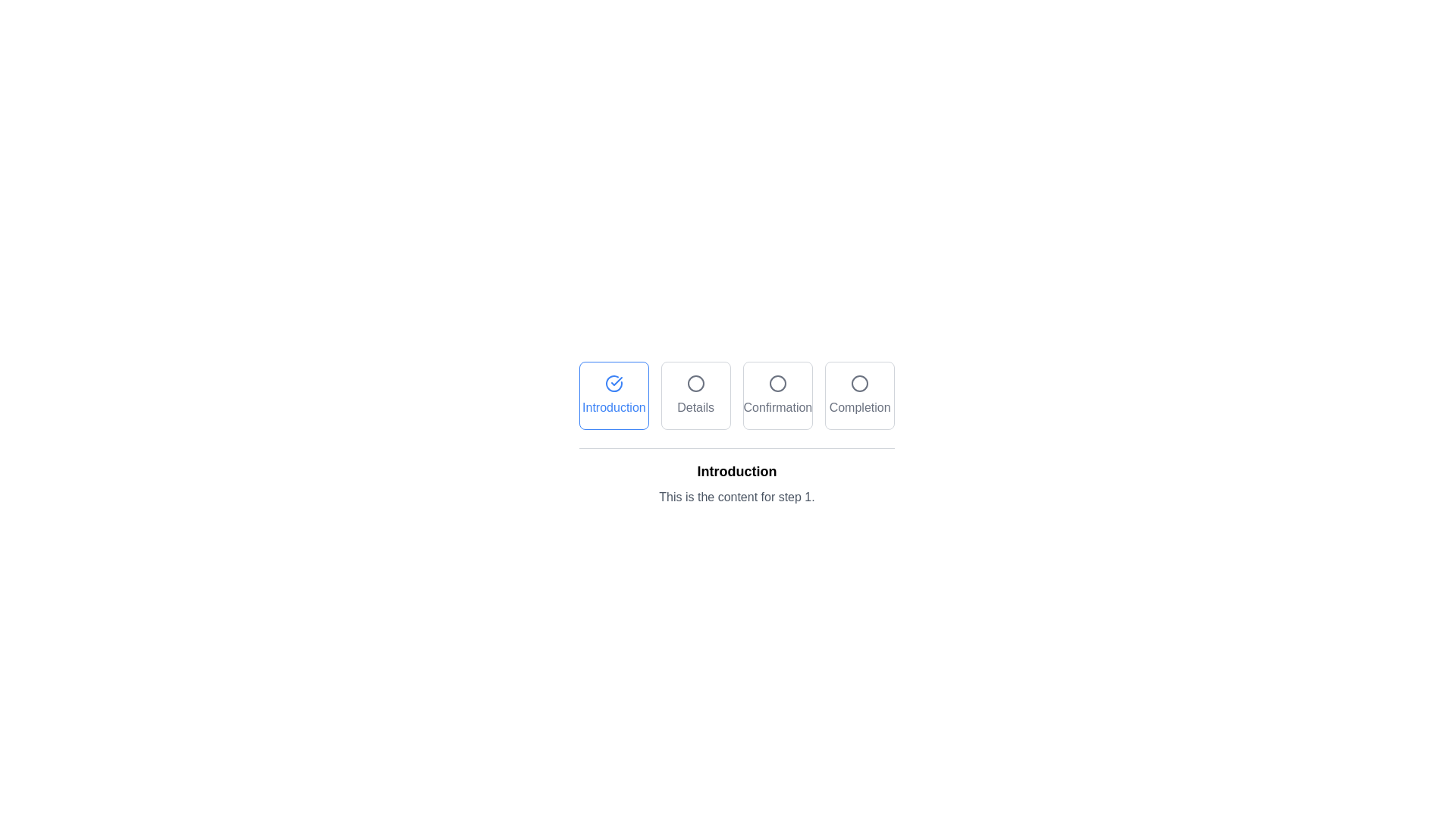 The width and height of the screenshot is (1456, 819). What do you see at coordinates (695, 406) in the screenshot?
I see `the gray text label reading 'Details', which is located below a circular icon in the second selectable tab of a horizontally arranged group of tabs` at bounding box center [695, 406].